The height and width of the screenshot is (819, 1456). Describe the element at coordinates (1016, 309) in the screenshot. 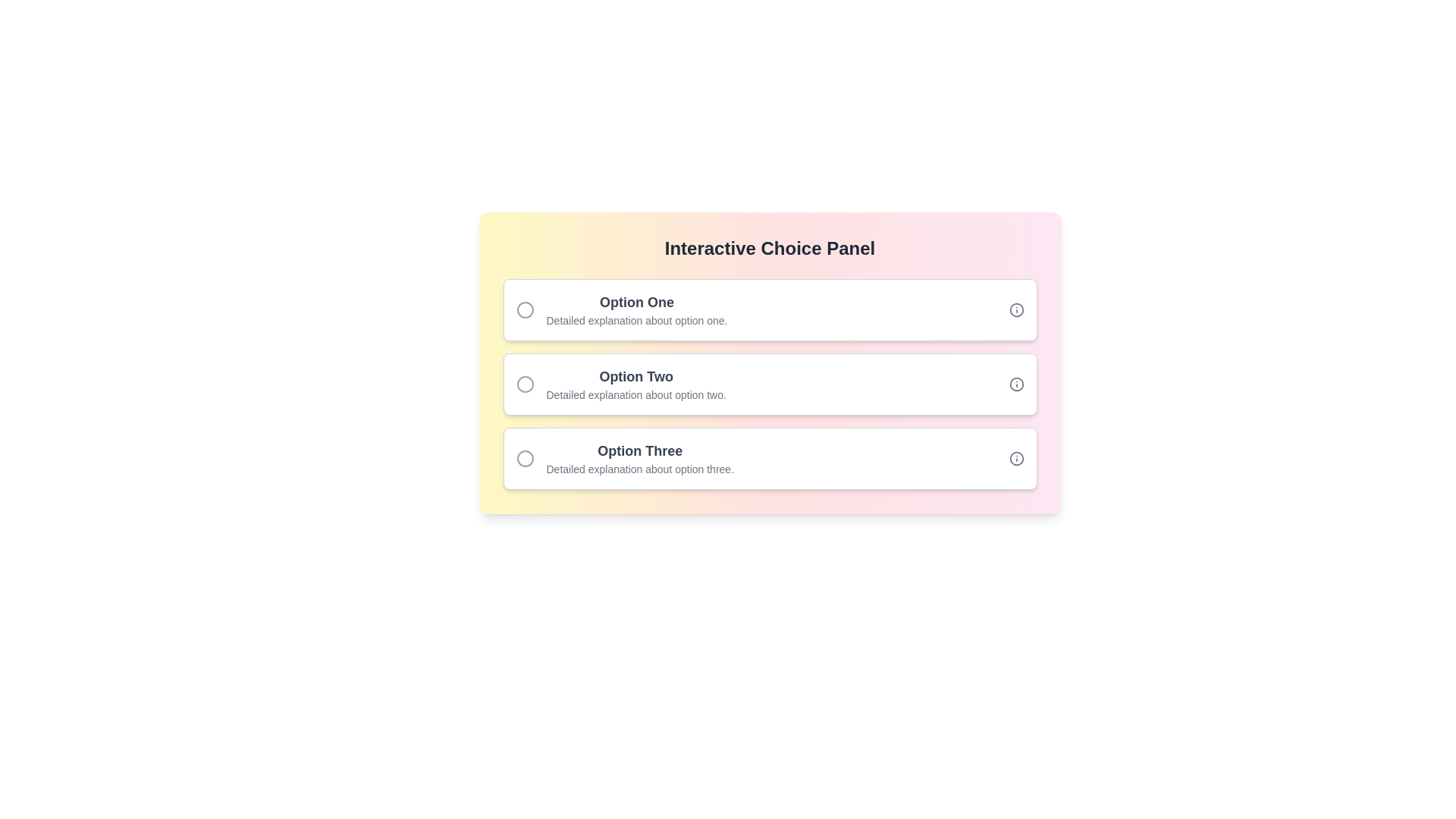

I see `the informational icon located to the far right of the option labeled 'Option One'` at that location.